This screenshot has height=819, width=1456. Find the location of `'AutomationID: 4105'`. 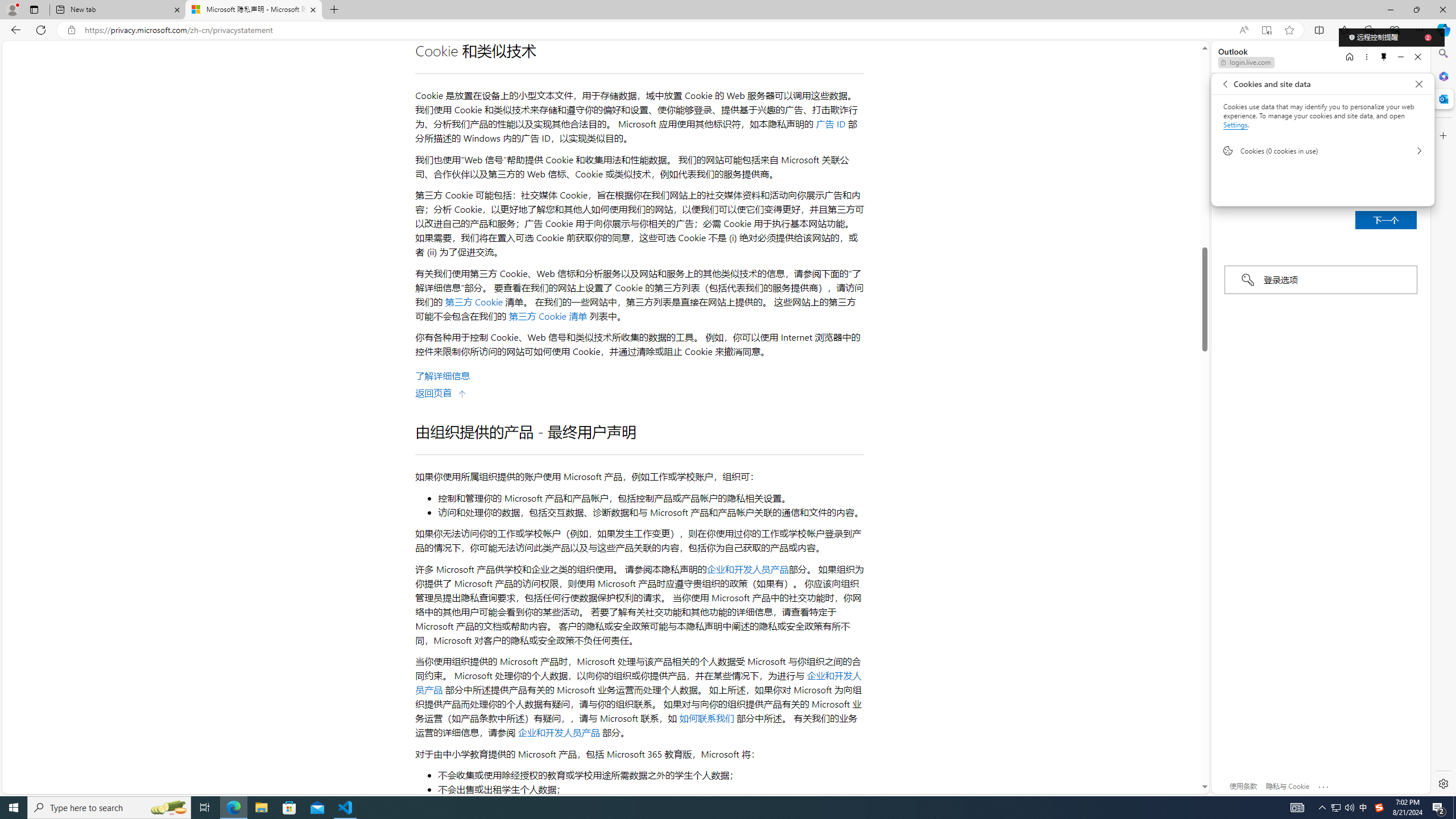

'AutomationID: 4105' is located at coordinates (1296, 806).